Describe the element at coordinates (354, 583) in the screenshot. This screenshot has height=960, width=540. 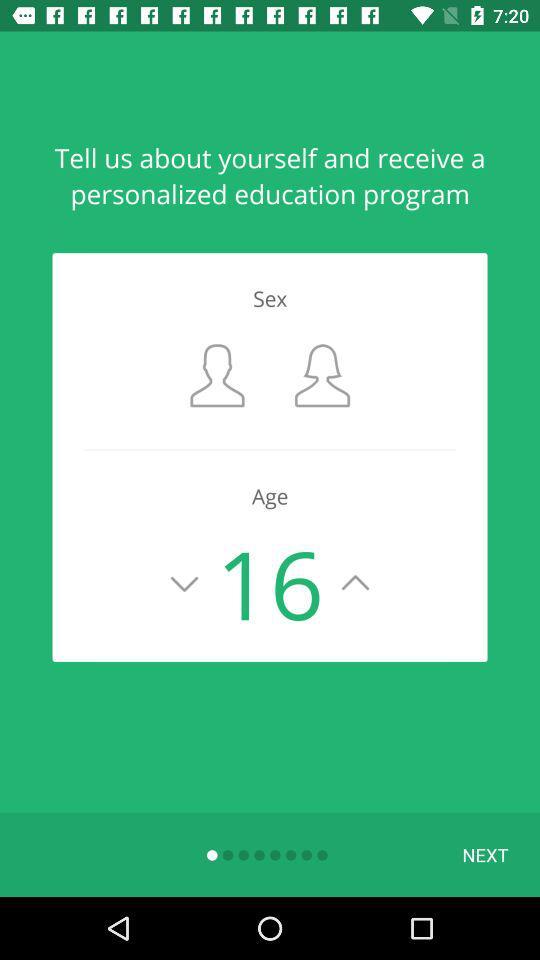
I see `increase age` at that location.